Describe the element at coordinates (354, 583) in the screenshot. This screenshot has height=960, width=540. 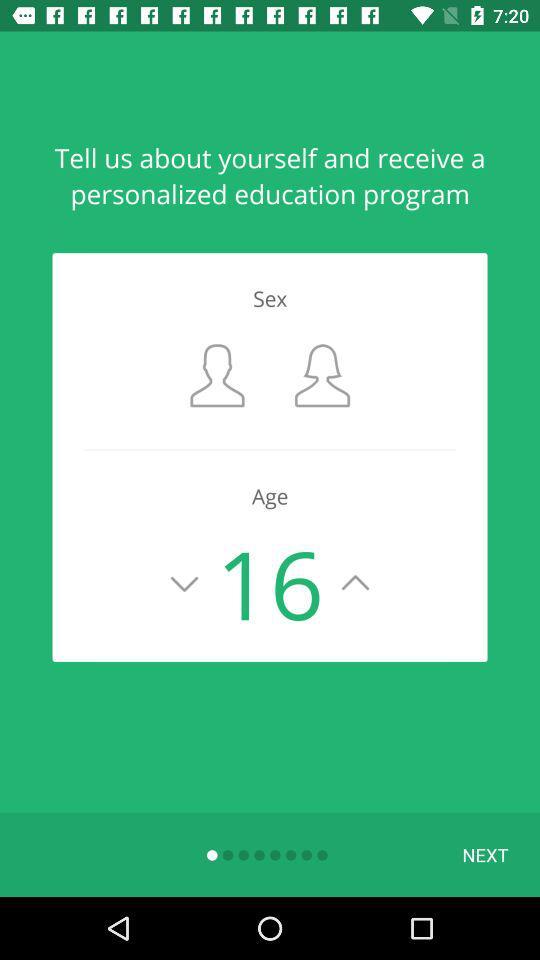
I see `increase age` at that location.